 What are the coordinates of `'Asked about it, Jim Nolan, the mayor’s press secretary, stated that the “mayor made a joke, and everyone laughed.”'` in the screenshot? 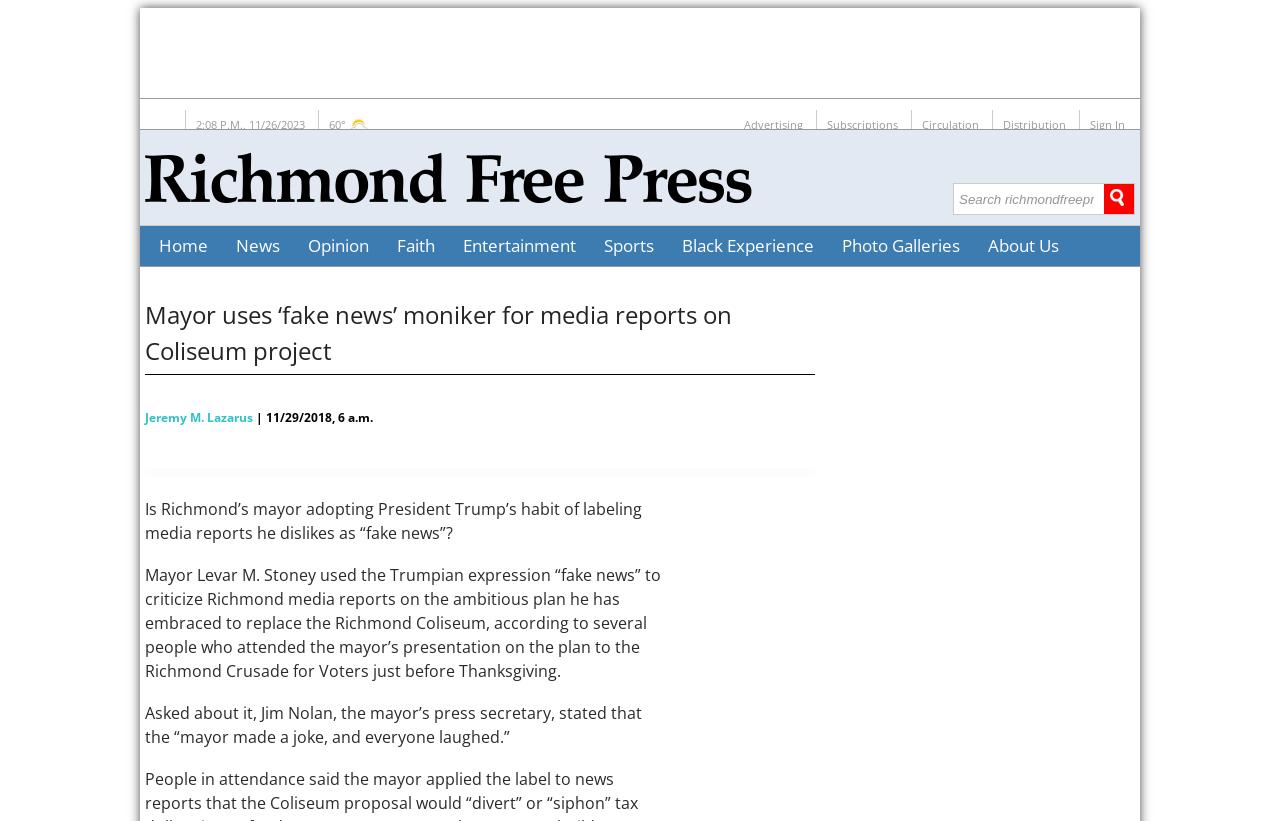 It's located at (393, 724).